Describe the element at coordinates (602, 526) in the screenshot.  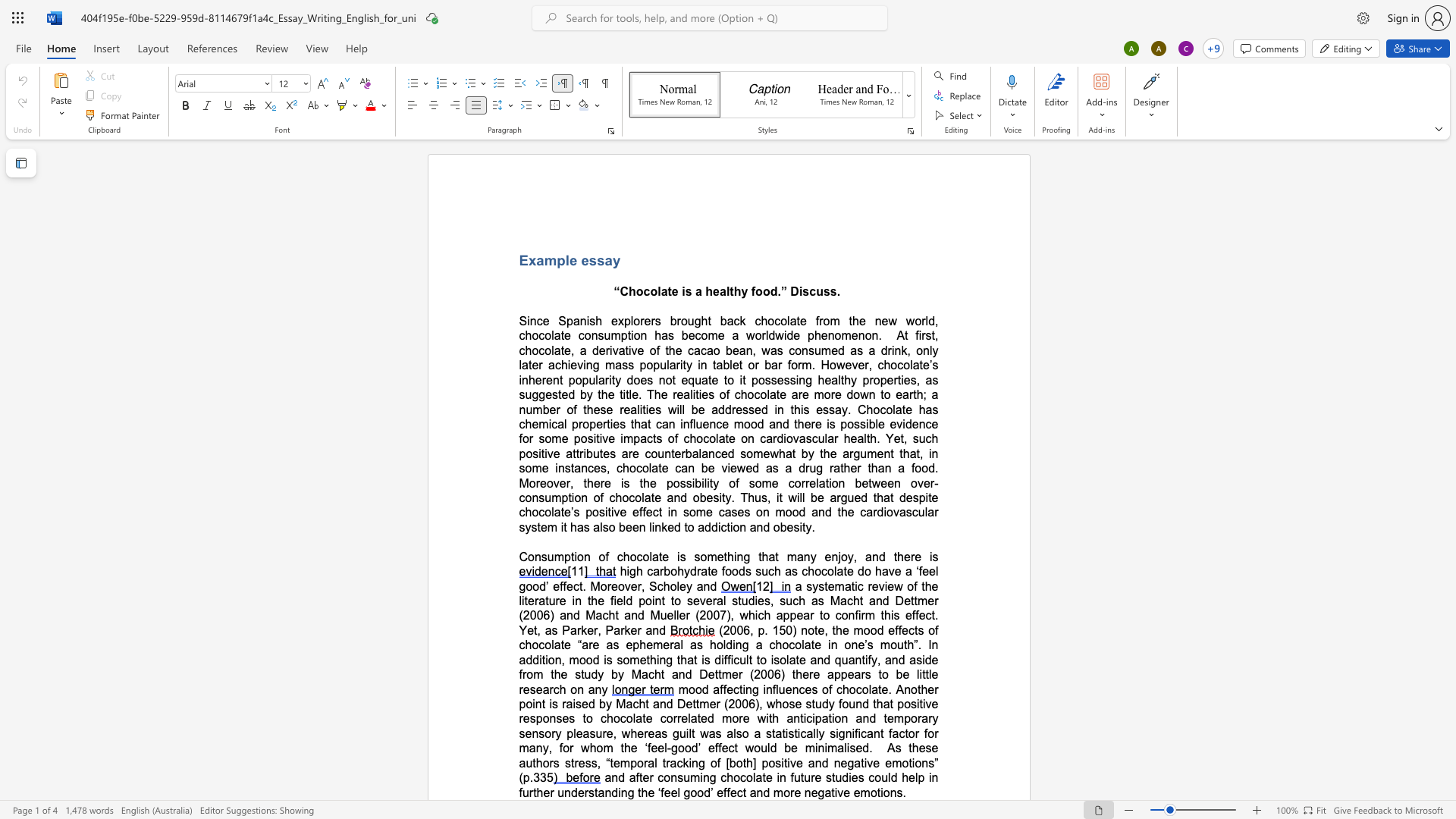
I see `the space between the continuous character "l" and "s" in the text` at that location.